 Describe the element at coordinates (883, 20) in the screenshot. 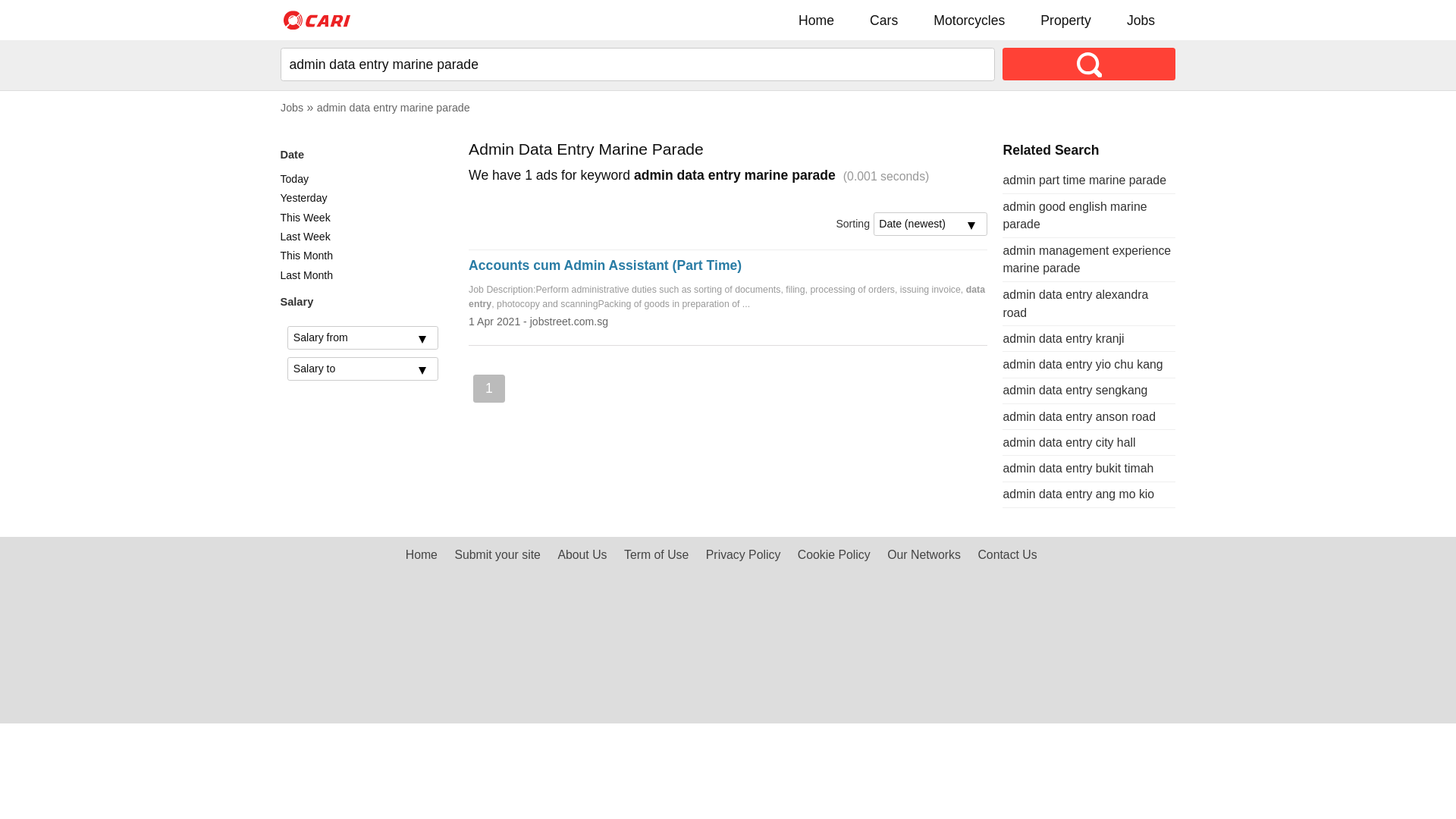

I see `'Cars'` at that location.